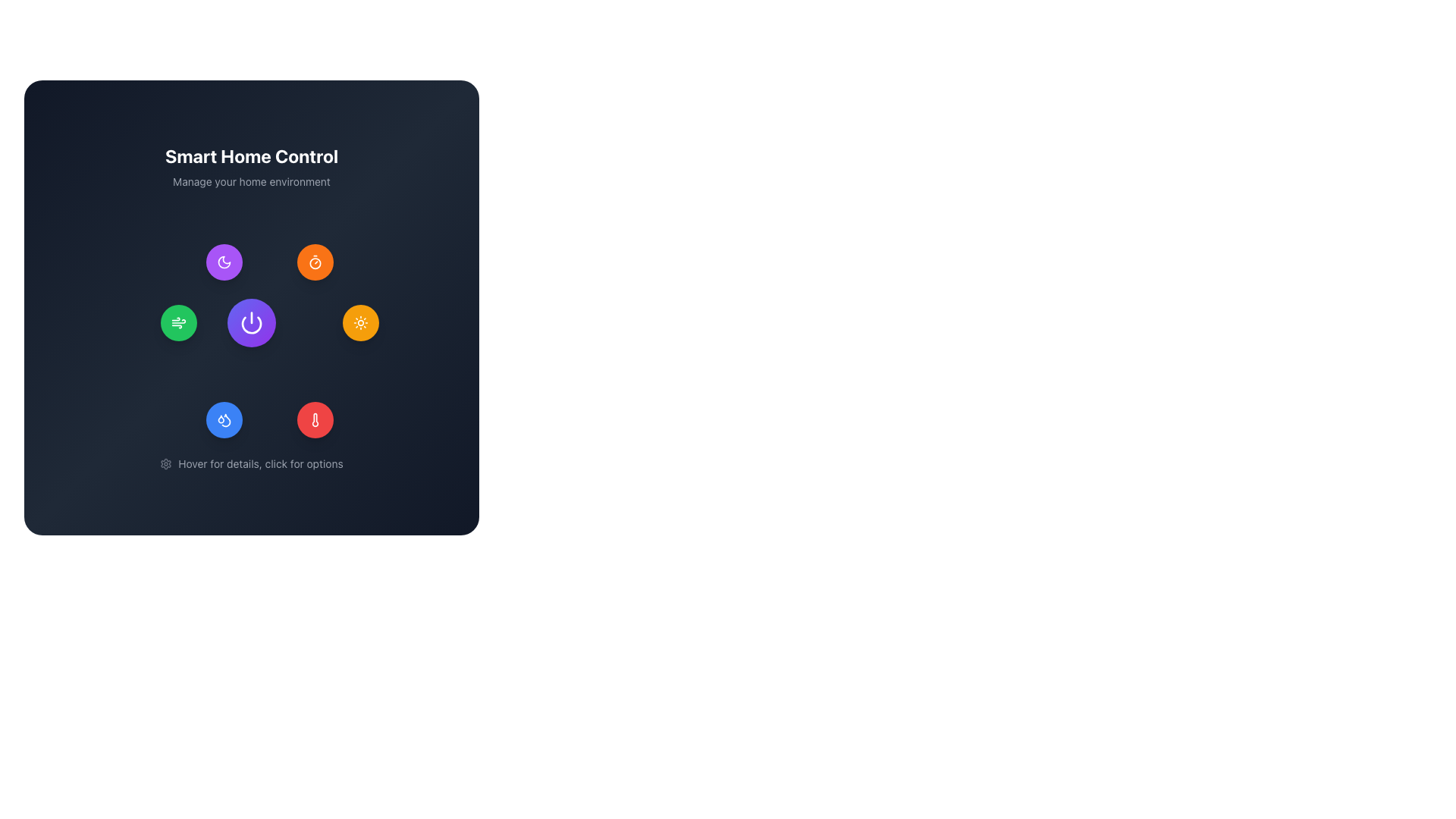  What do you see at coordinates (251, 322) in the screenshot?
I see `the power toggle button located at the center-bottom of the circular button group` at bounding box center [251, 322].